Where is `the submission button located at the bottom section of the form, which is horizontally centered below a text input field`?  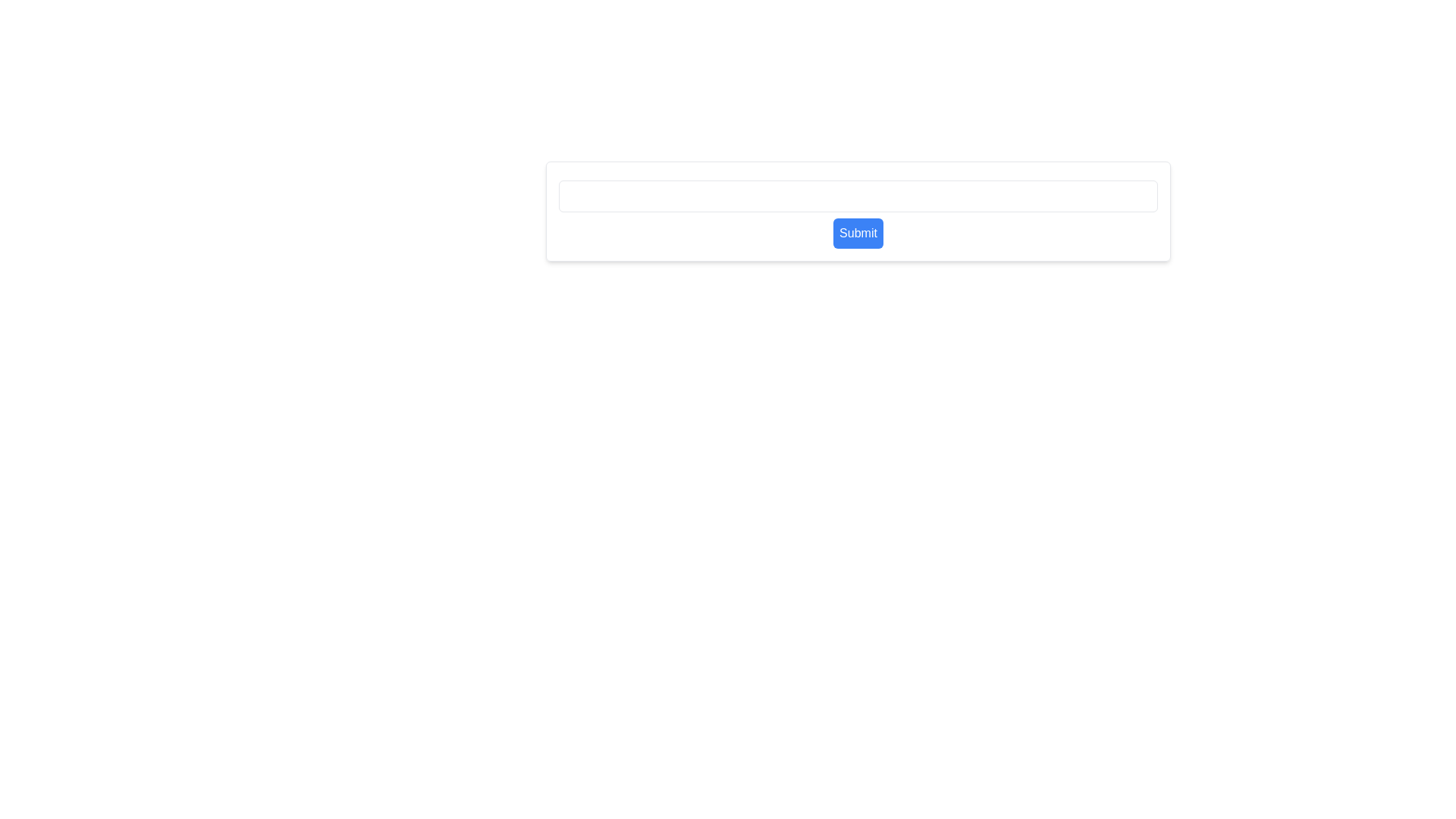
the submission button located at the bottom section of the form, which is horizontally centered below a text input field is located at coordinates (858, 211).